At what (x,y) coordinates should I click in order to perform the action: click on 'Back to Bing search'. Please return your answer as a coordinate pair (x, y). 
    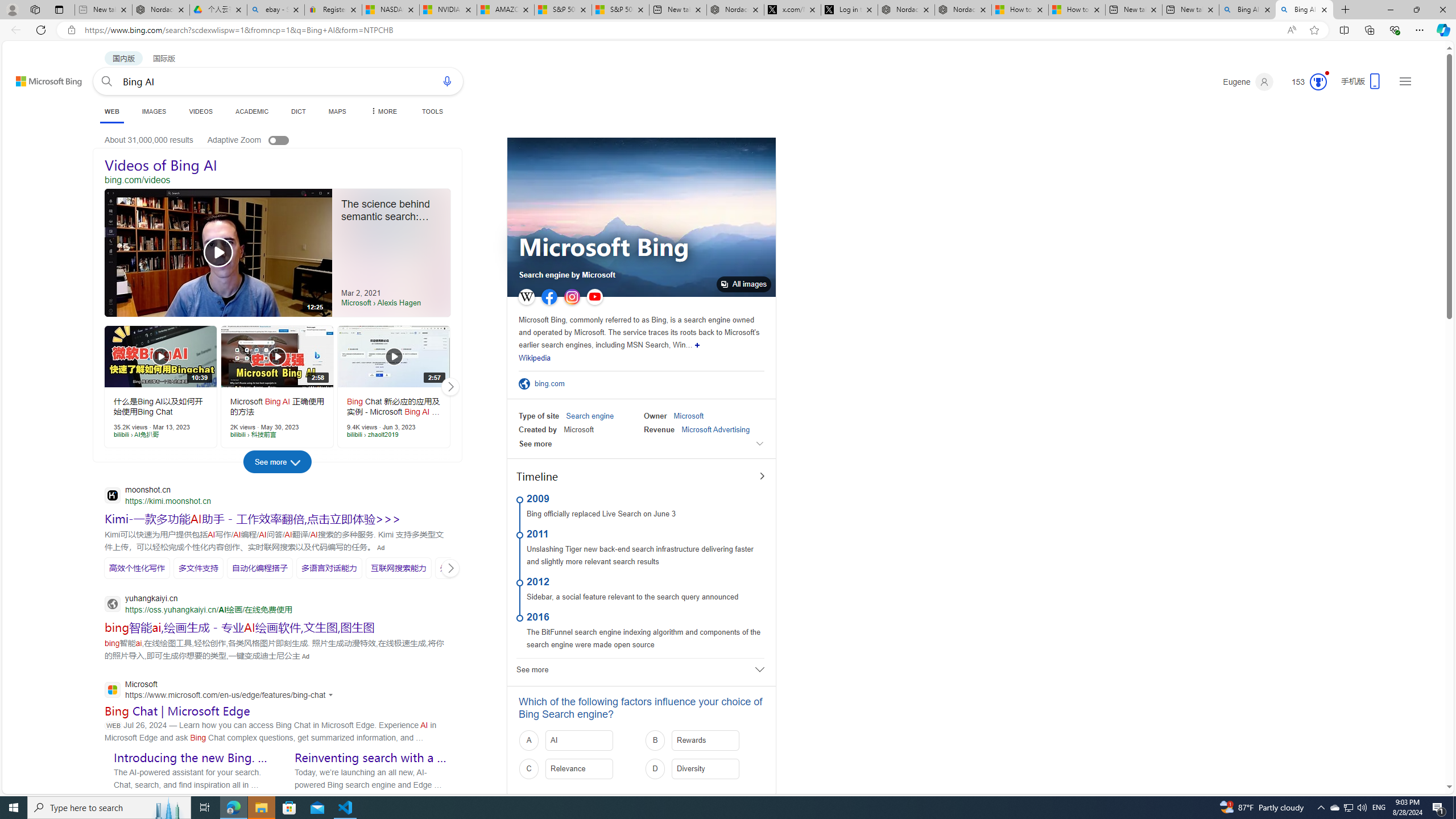
    Looking at the image, I should click on (42, 78).